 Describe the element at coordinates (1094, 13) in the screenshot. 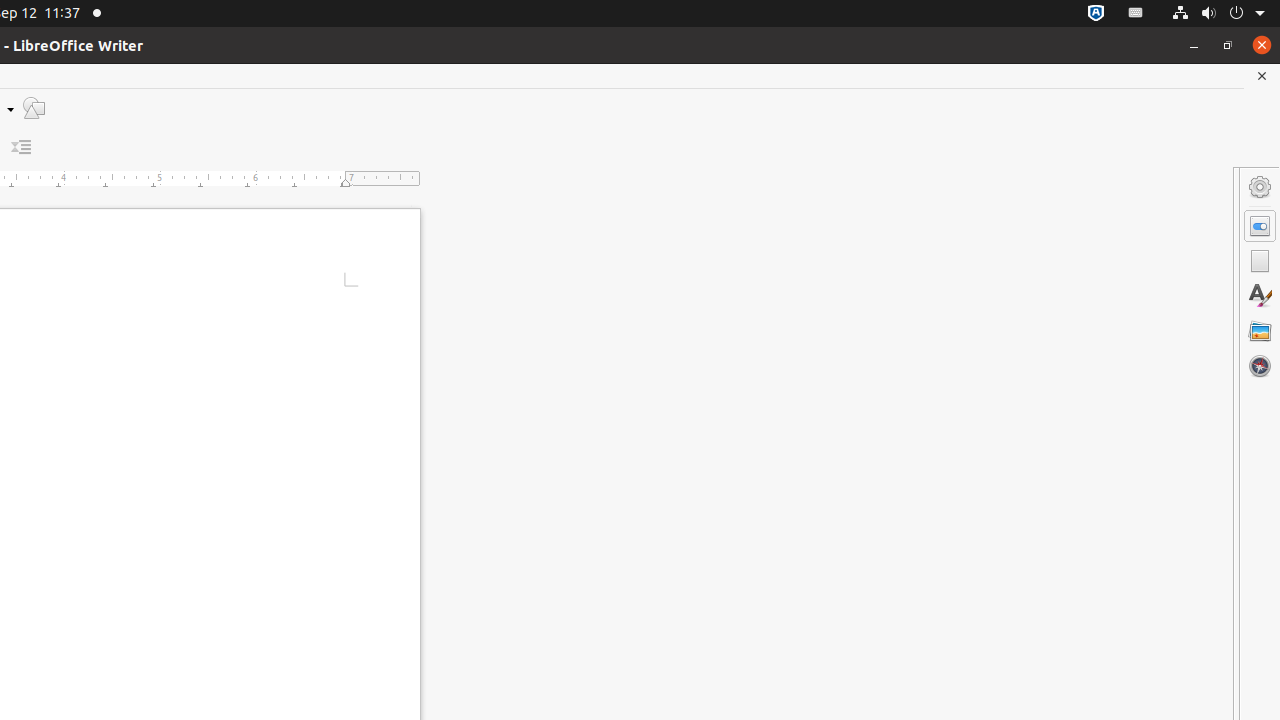

I see `':1.72/StatusNotifierItem'` at that location.